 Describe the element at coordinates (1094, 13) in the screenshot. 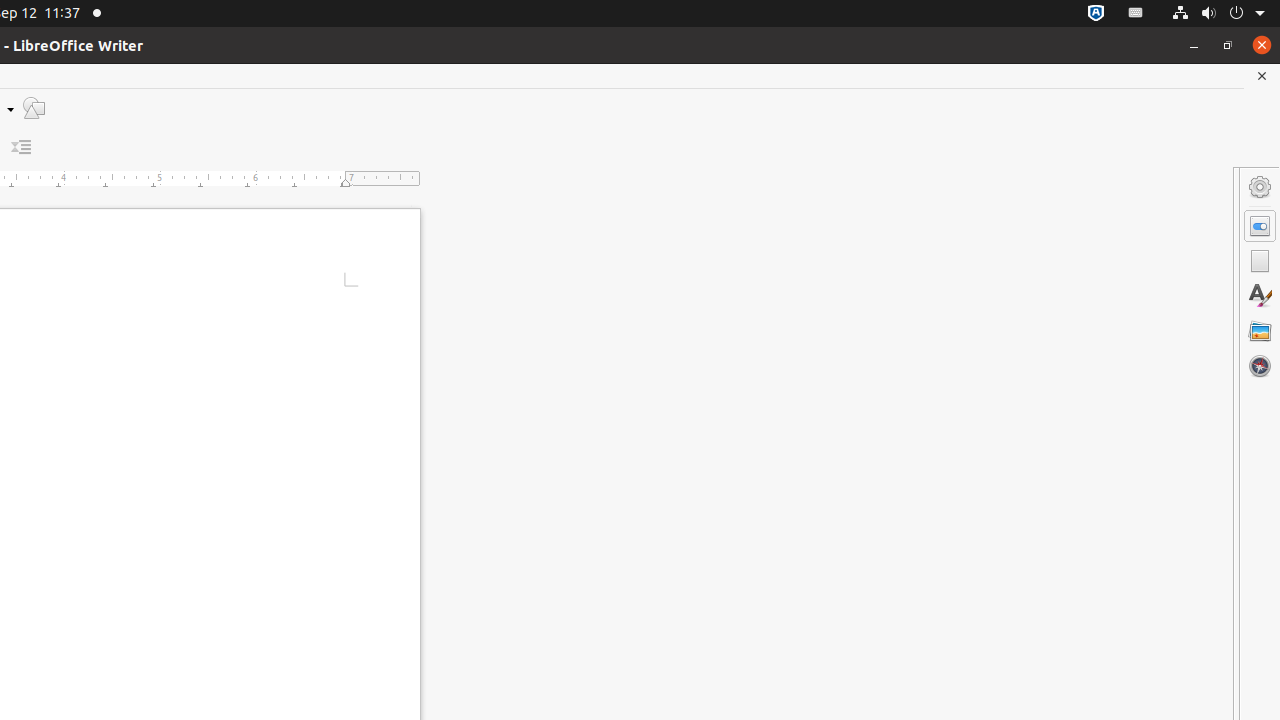

I see `':1.72/StatusNotifierItem'` at that location.